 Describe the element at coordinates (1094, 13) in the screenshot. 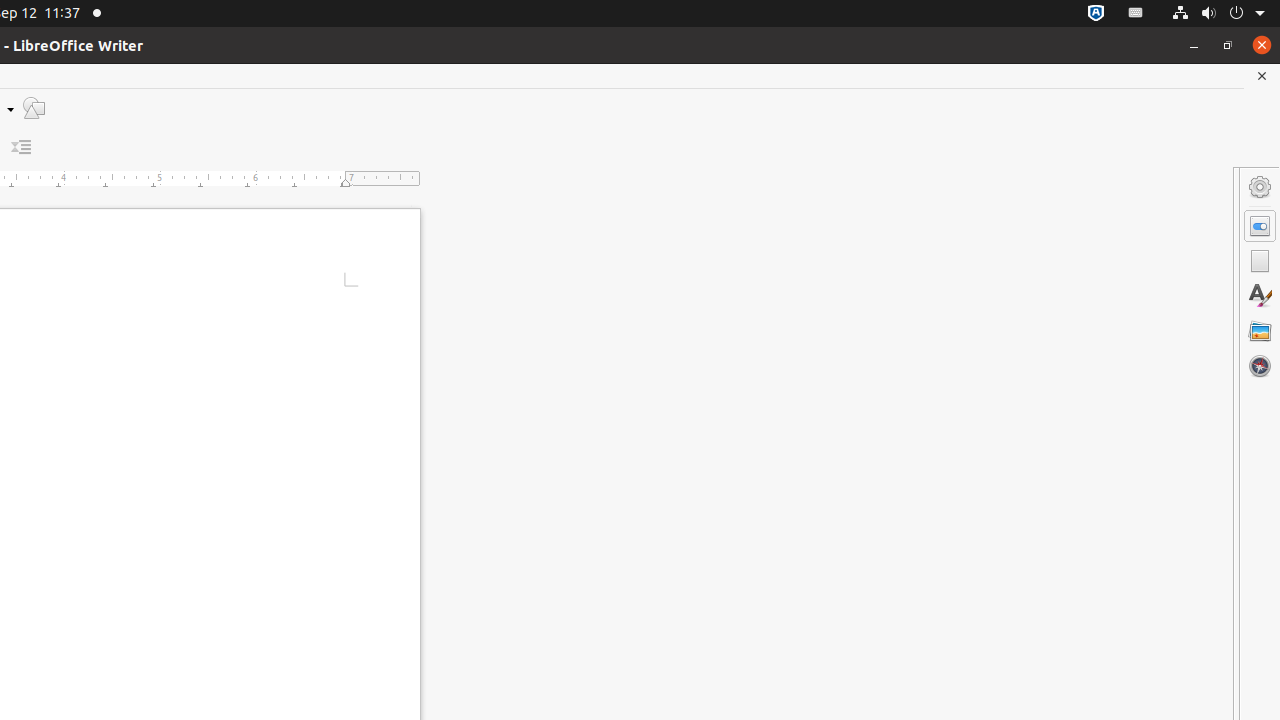

I see `':1.72/StatusNotifierItem'` at that location.